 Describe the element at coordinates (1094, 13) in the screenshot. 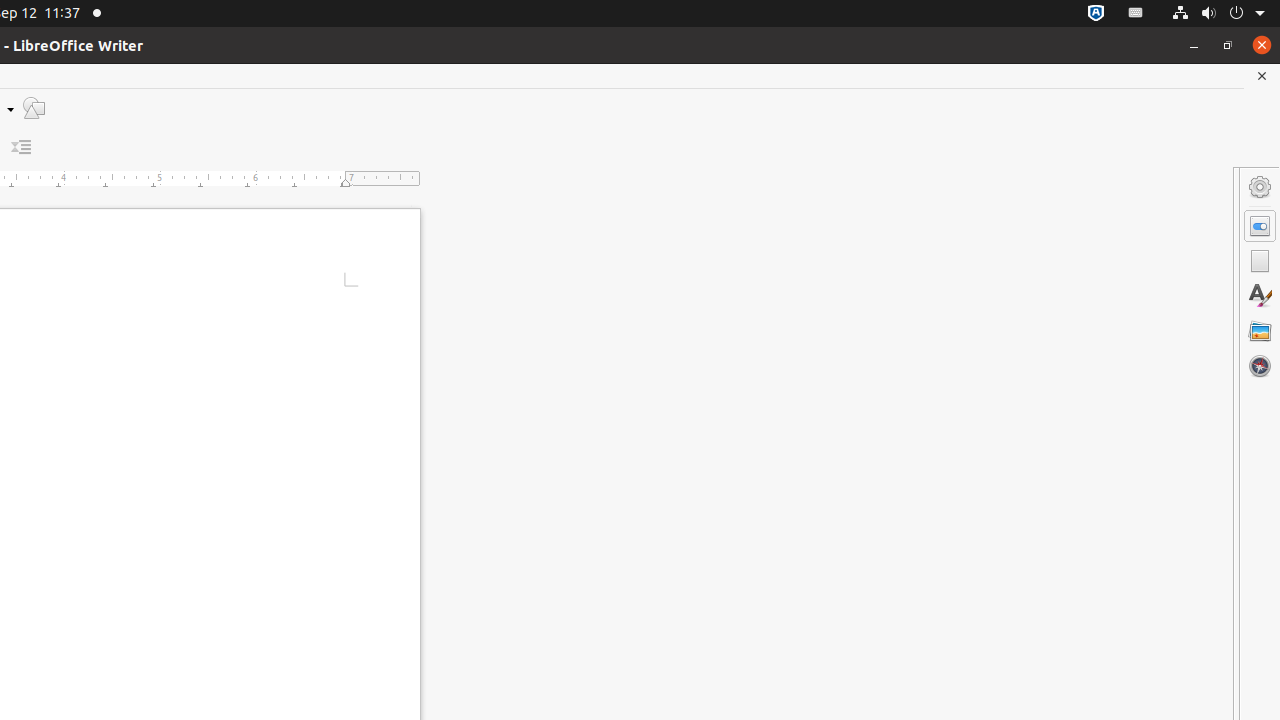

I see `':1.72/StatusNotifierItem'` at that location.